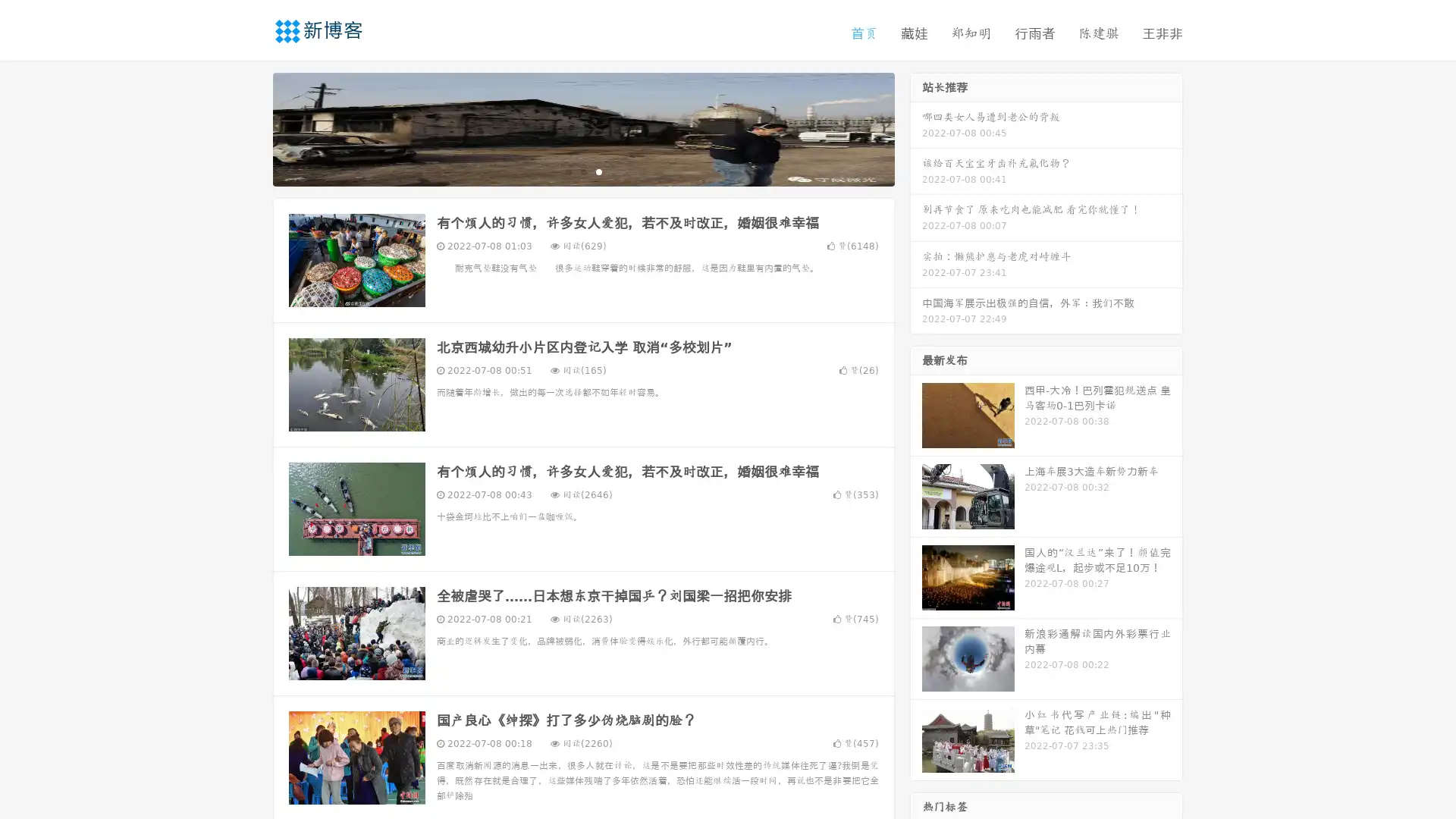 The width and height of the screenshot is (1456, 819). I want to click on Previous slide, so click(250, 127).